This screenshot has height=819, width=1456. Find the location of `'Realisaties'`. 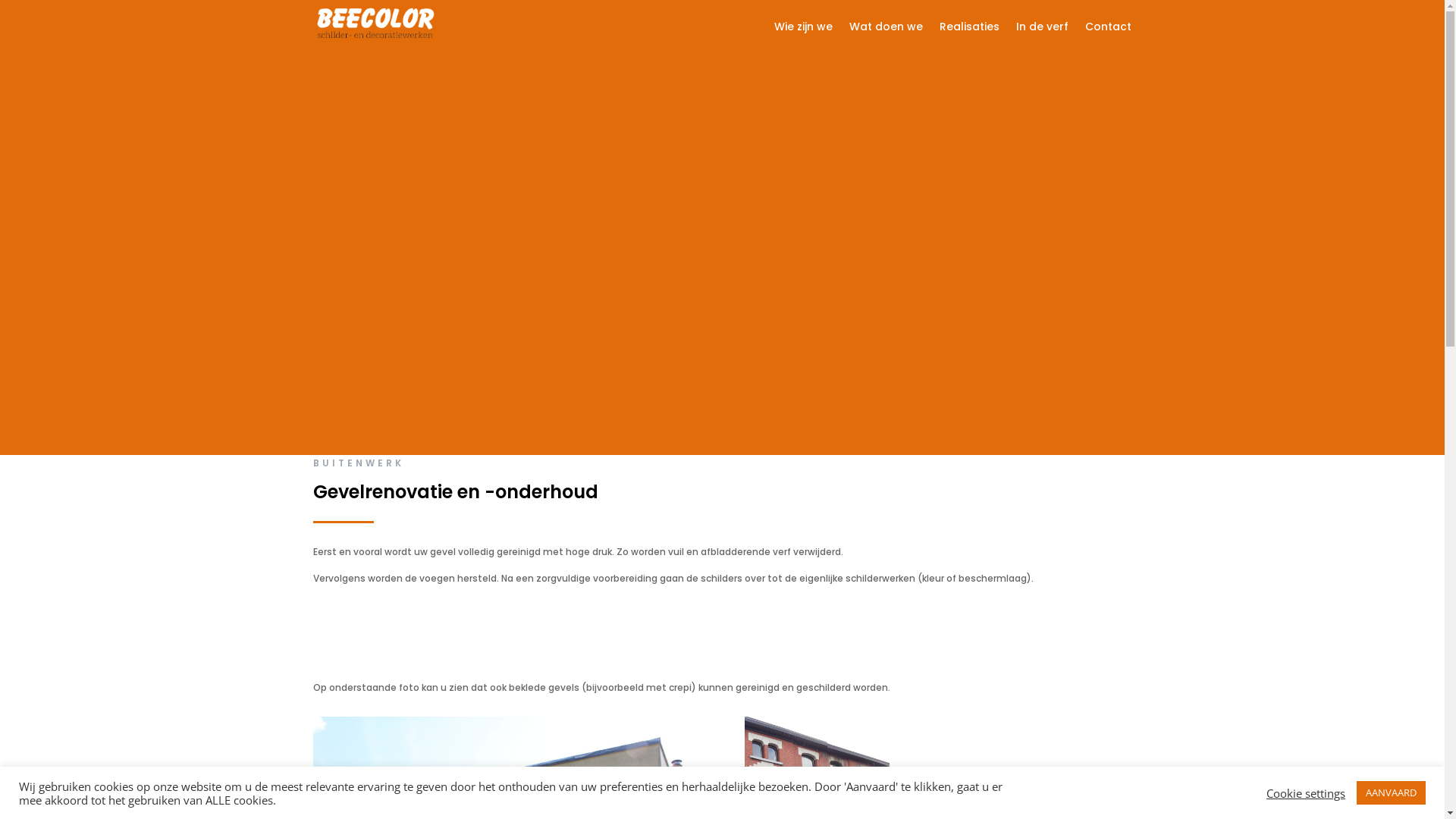

'Realisaties' is located at coordinates (968, 29).